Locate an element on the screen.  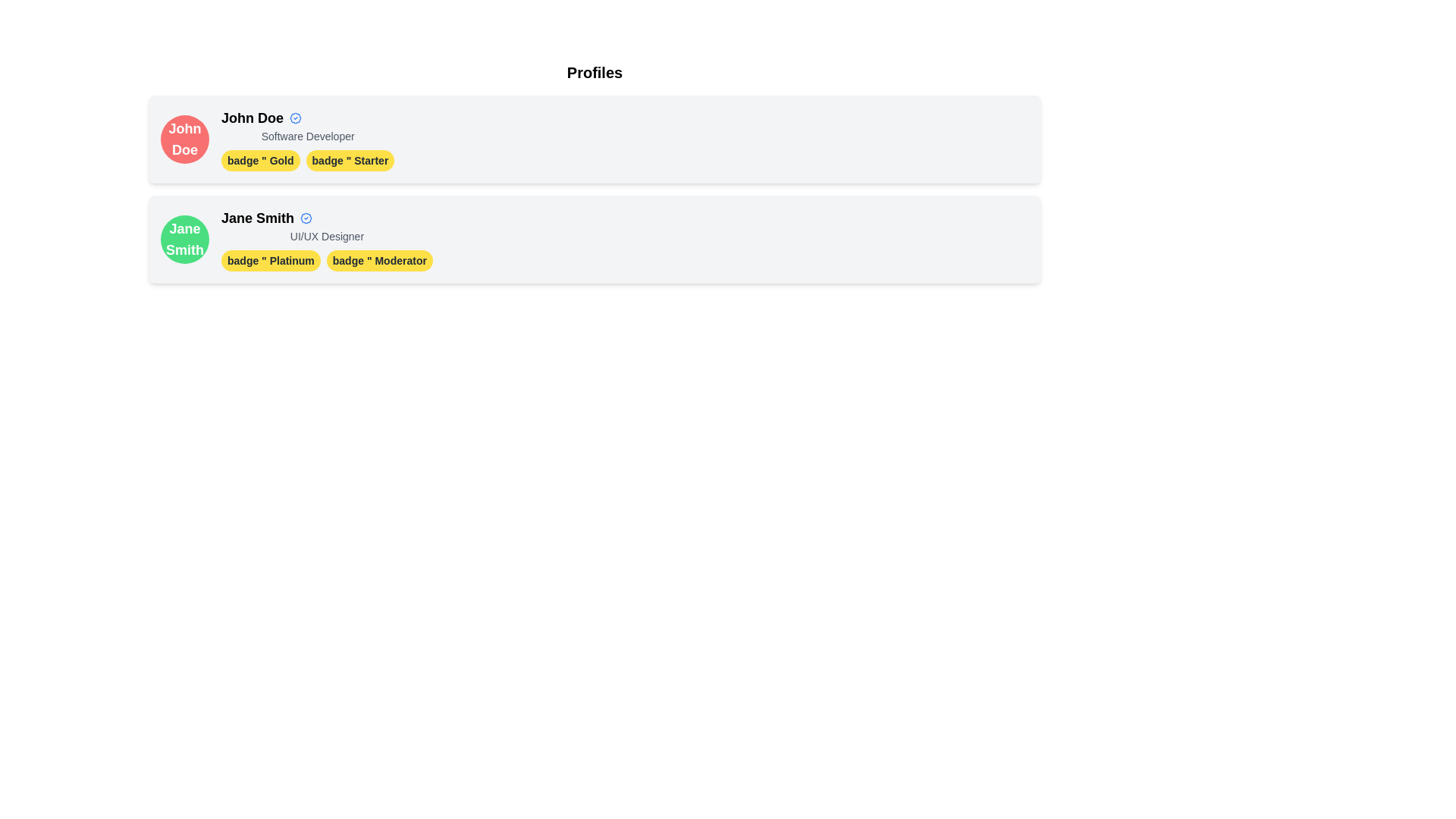
the yellow badge labeled 'badge " Platinum' located in the profile information of 'Jane Smith', positioned to the left of 'badge " Moderator' is located at coordinates (271, 259).